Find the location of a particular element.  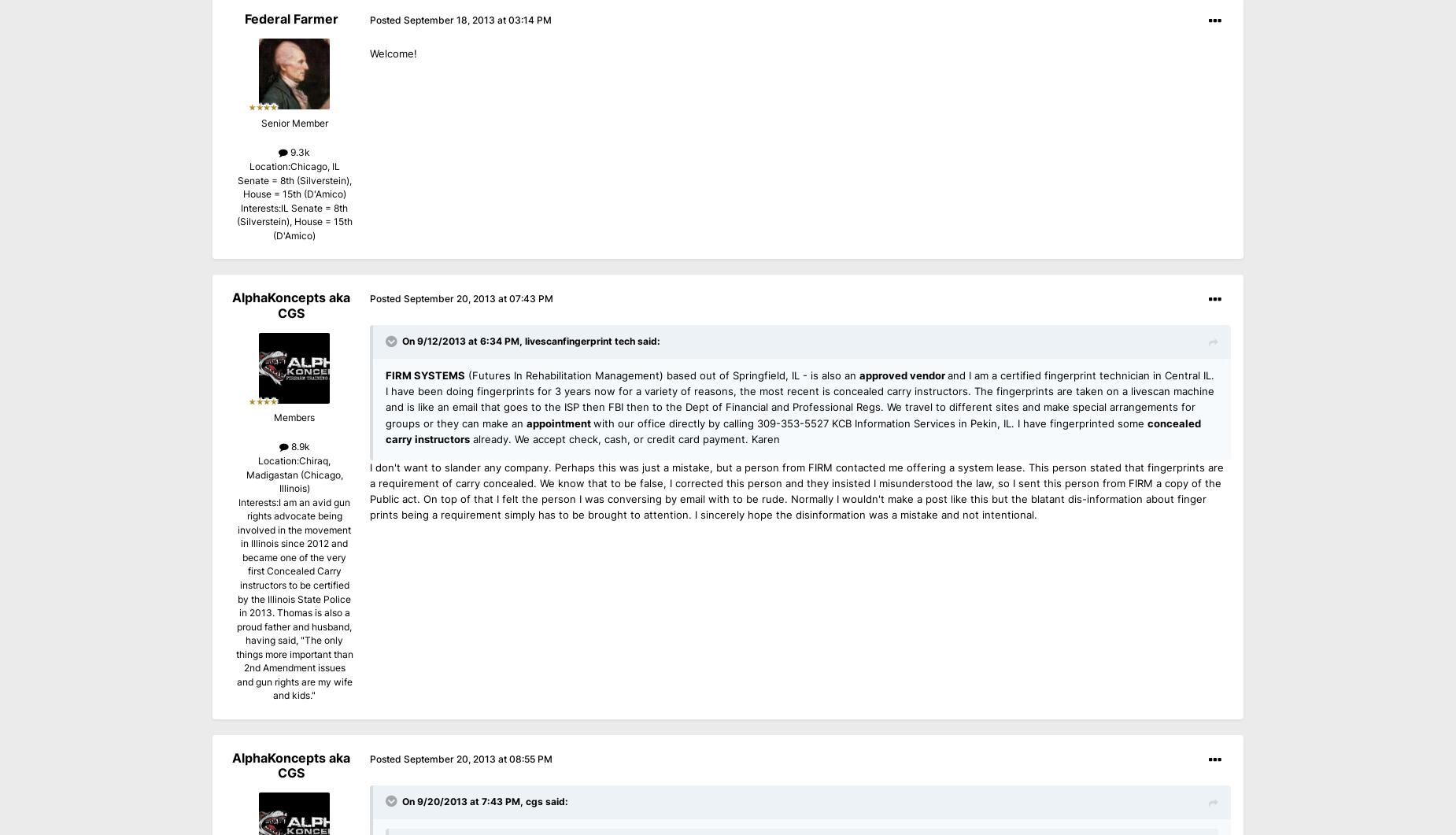

'Welcome!' is located at coordinates (394, 53).